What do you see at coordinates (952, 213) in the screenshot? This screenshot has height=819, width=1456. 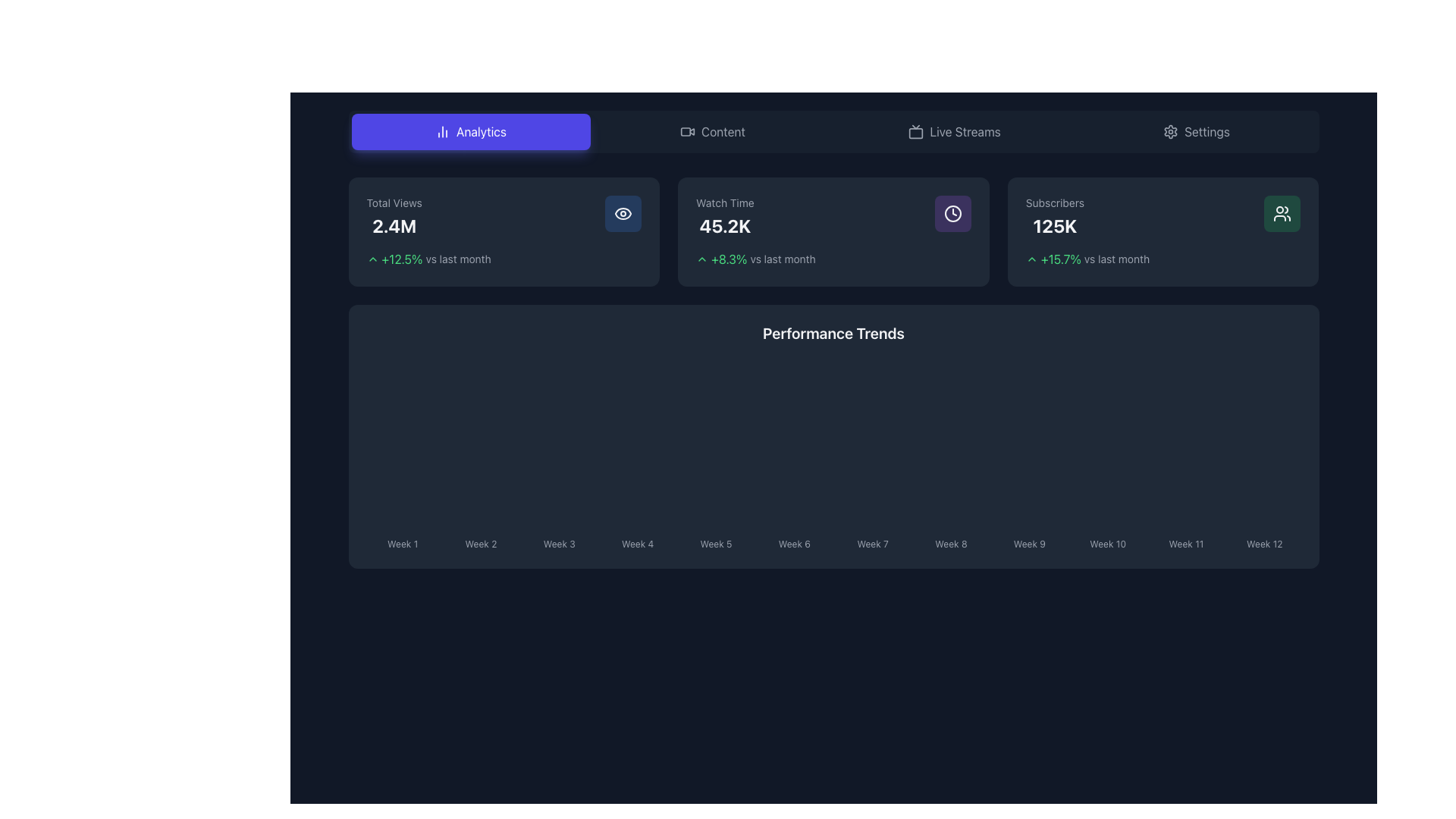 I see `the clock icon SVG element that represents time-related information, located between the 'Watch Time' and 'Subscribers' statistics` at bounding box center [952, 213].